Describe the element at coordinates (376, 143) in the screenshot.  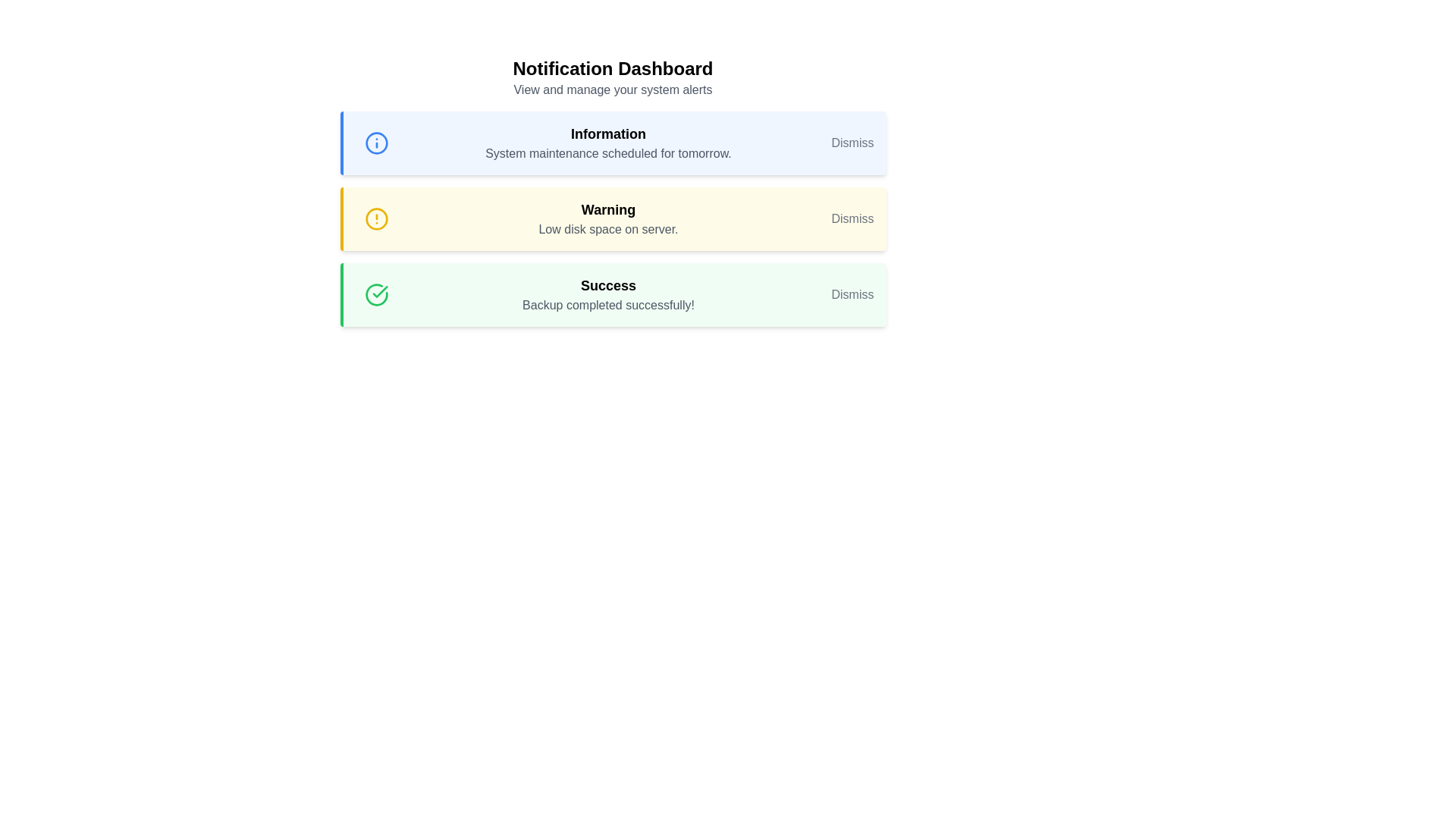
I see `the informational notification icon located to the left of the title 'Information' in the first notification card` at that location.